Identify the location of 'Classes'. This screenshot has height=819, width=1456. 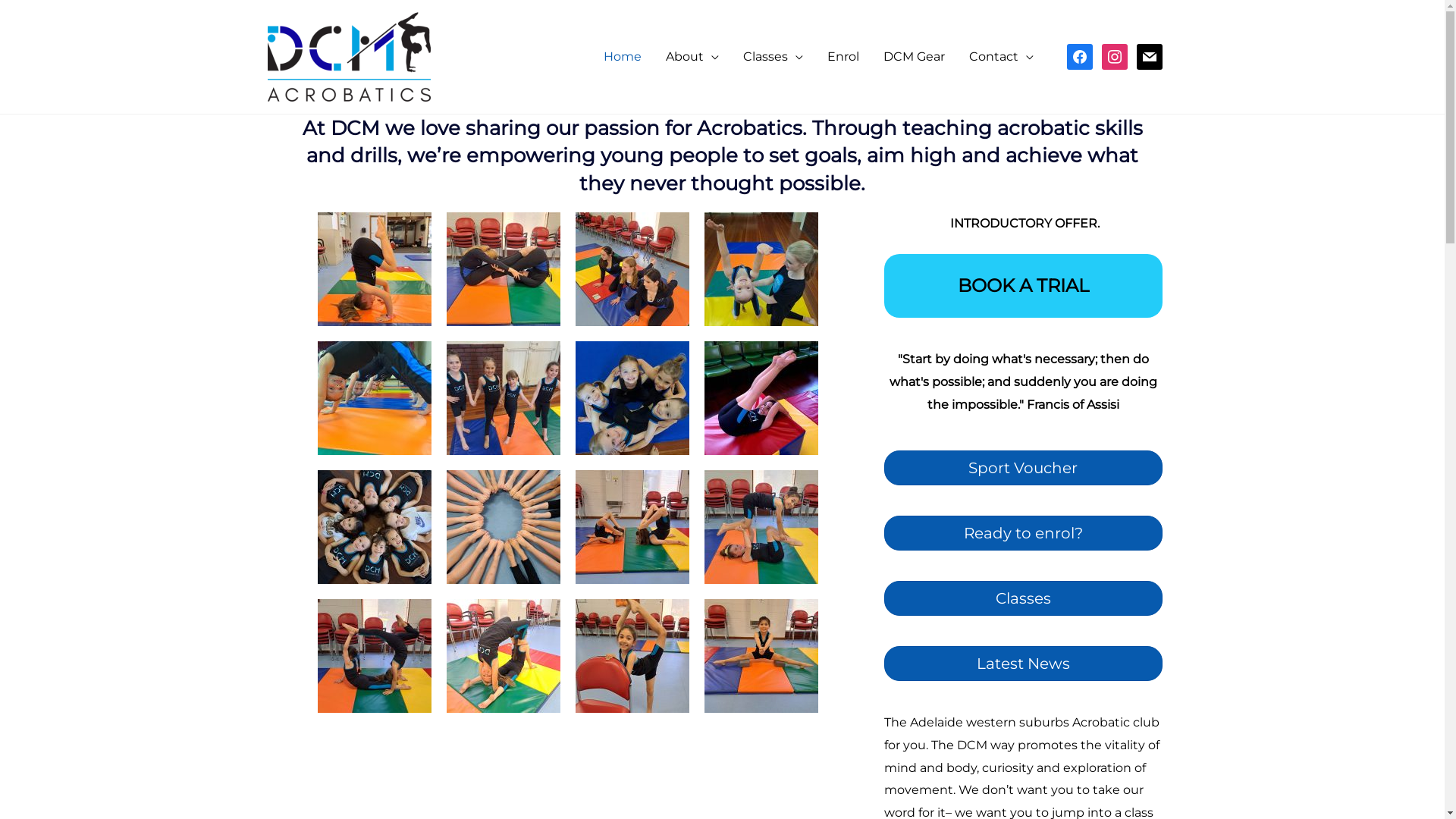
(1023, 598).